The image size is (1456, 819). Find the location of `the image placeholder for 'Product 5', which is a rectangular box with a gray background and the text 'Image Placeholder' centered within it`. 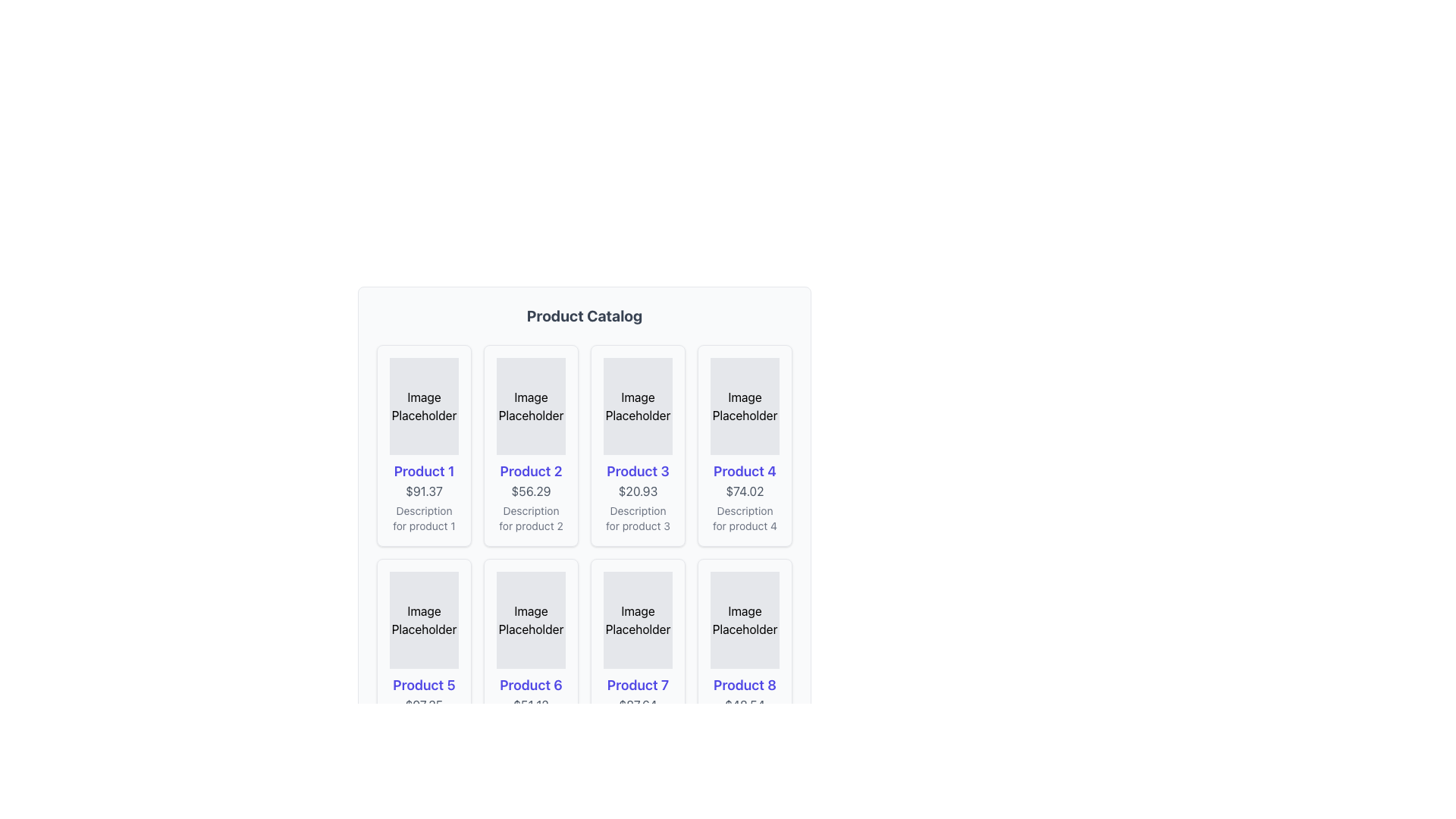

the image placeholder for 'Product 5', which is a rectangular box with a gray background and the text 'Image Placeholder' centered within it is located at coordinates (424, 620).